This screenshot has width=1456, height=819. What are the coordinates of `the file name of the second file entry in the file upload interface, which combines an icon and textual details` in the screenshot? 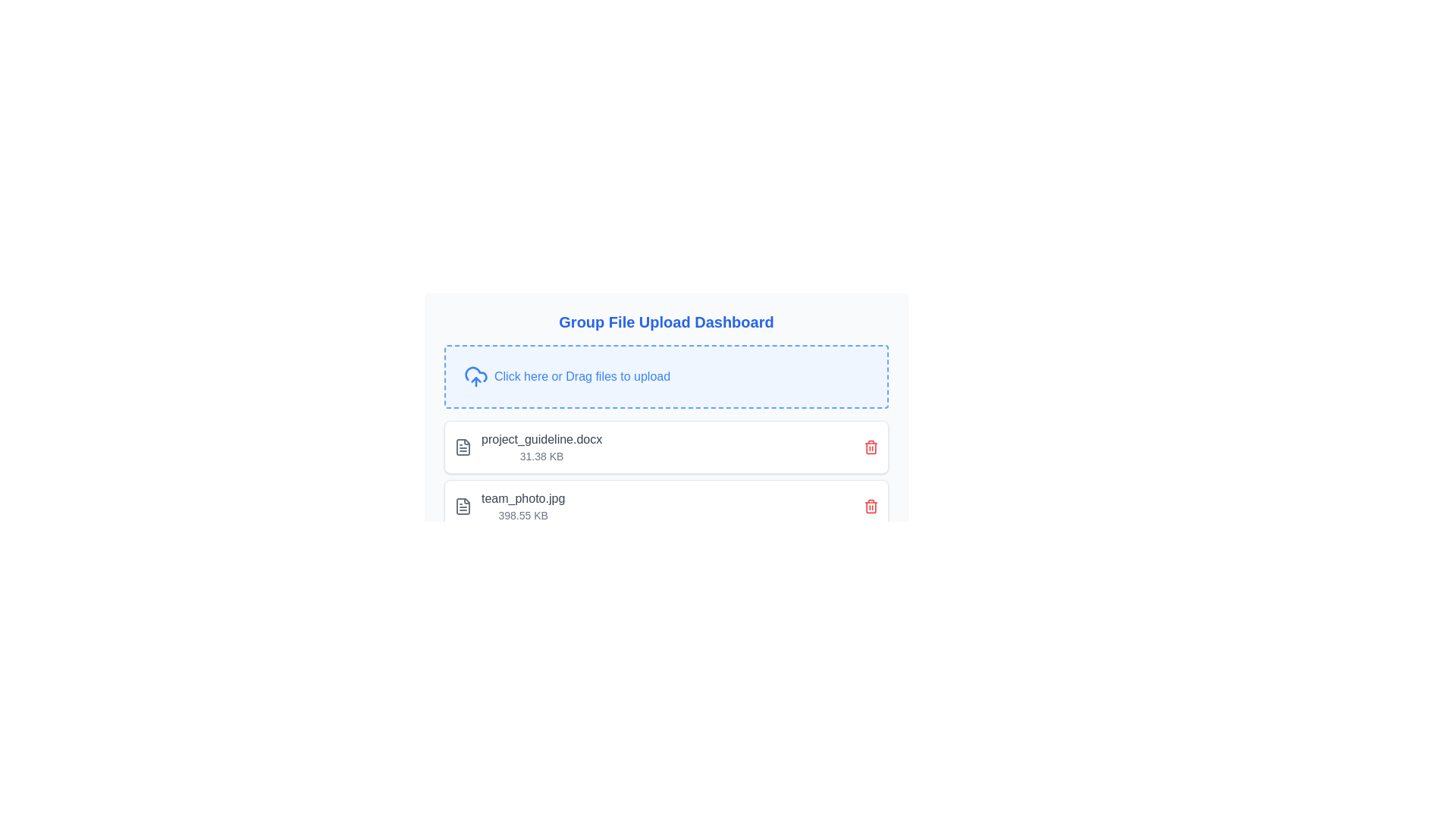 It's located at (510, 506).